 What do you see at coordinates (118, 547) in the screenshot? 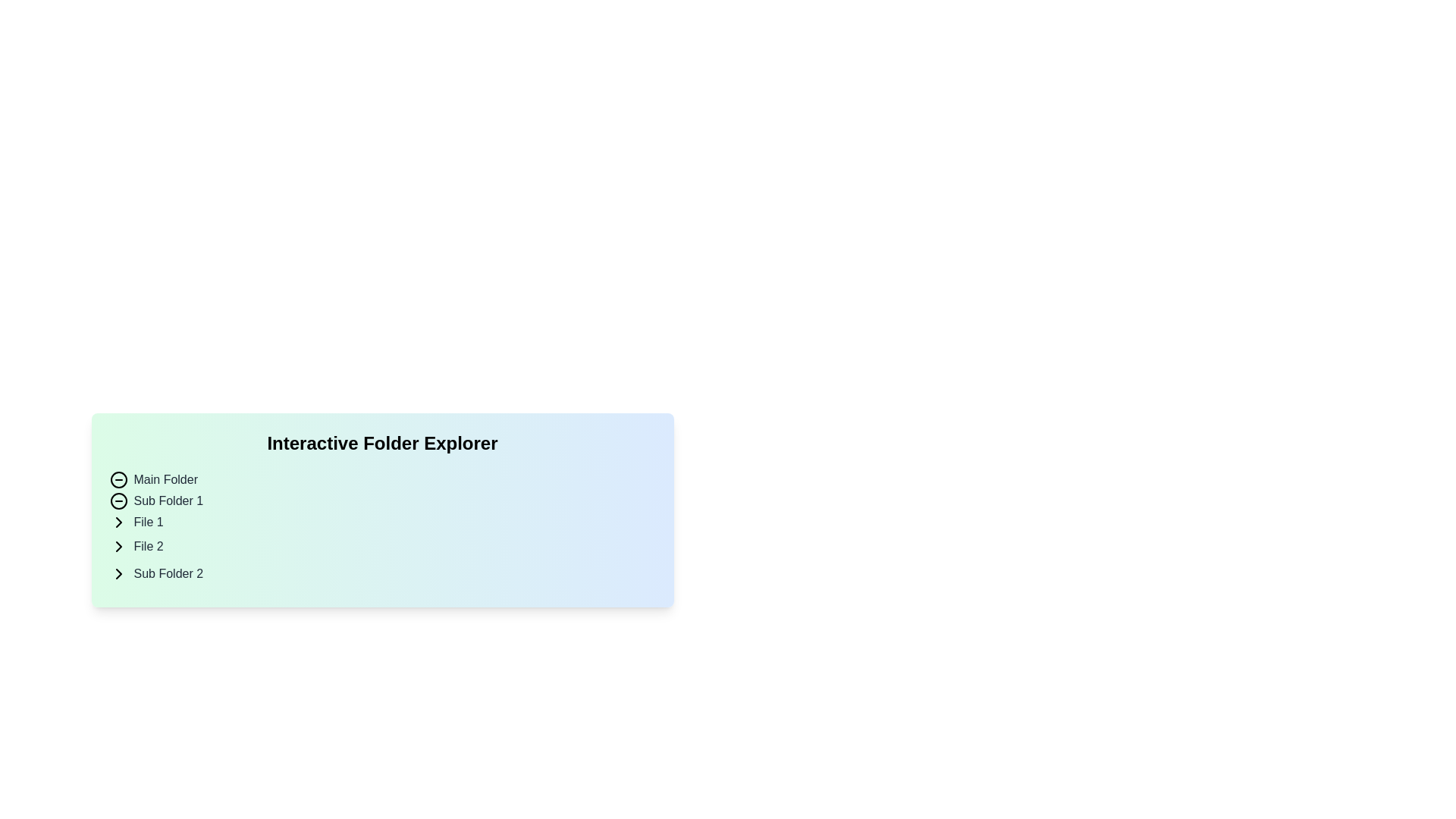
I see `the right-facing chevron icon with a thin black outline located to the left of the label 'File 2' to indicate interactivity` at bounding box center [118, 547].